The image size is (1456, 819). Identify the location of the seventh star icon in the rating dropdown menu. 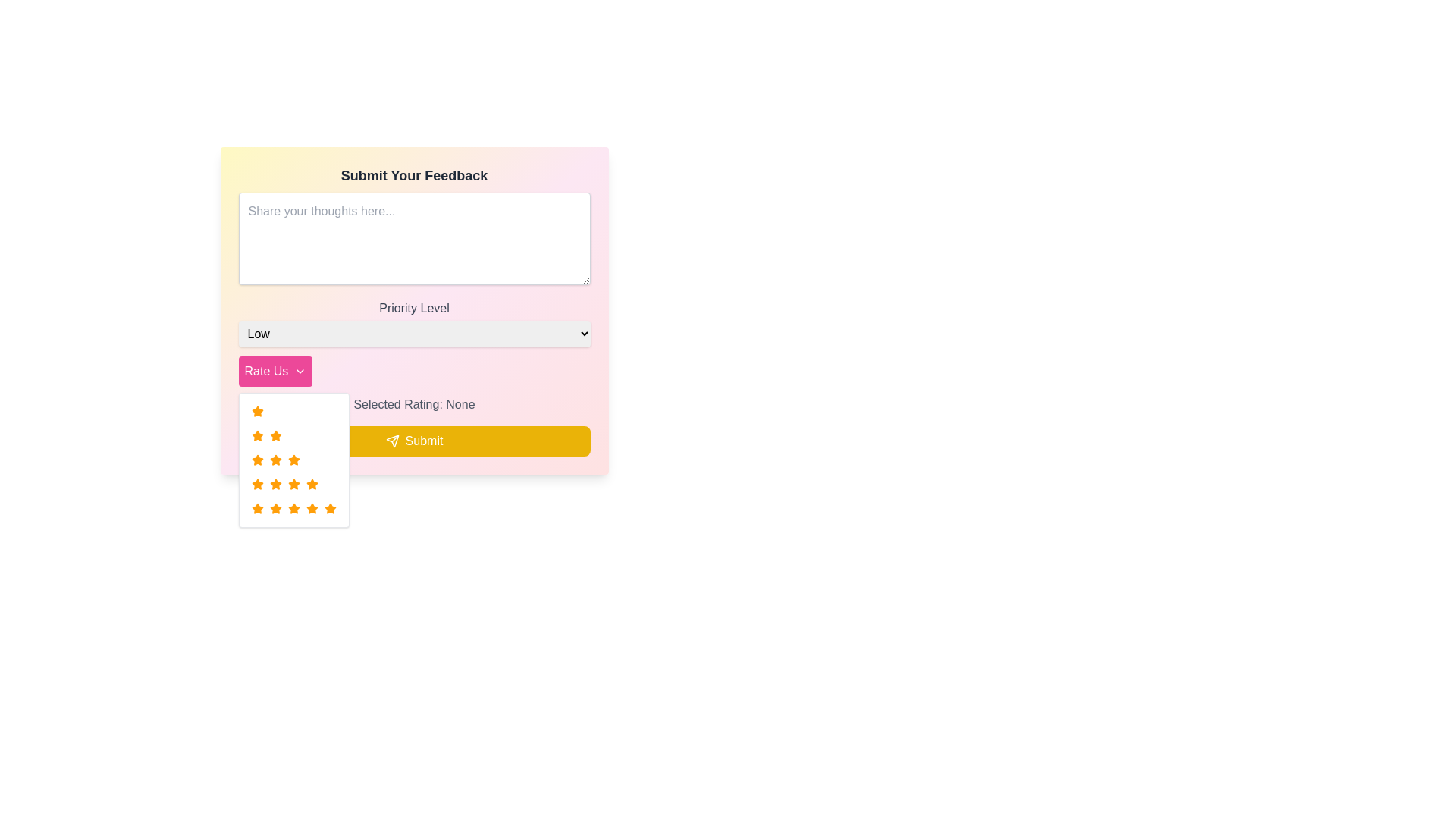
(275, 484).